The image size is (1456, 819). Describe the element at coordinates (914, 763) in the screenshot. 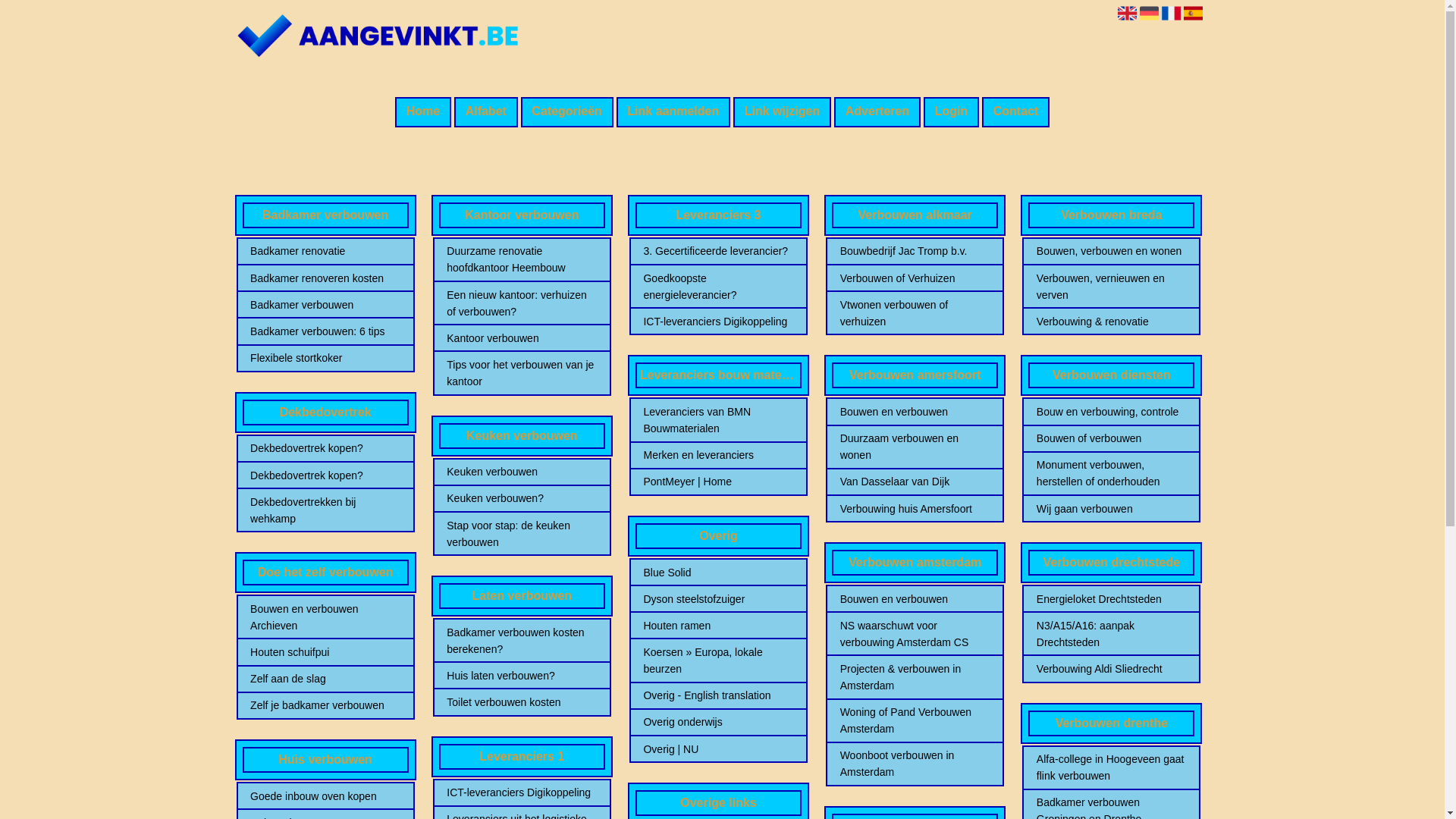

I see `'Woonboot verbouwen in Amsterdam'` at that location.